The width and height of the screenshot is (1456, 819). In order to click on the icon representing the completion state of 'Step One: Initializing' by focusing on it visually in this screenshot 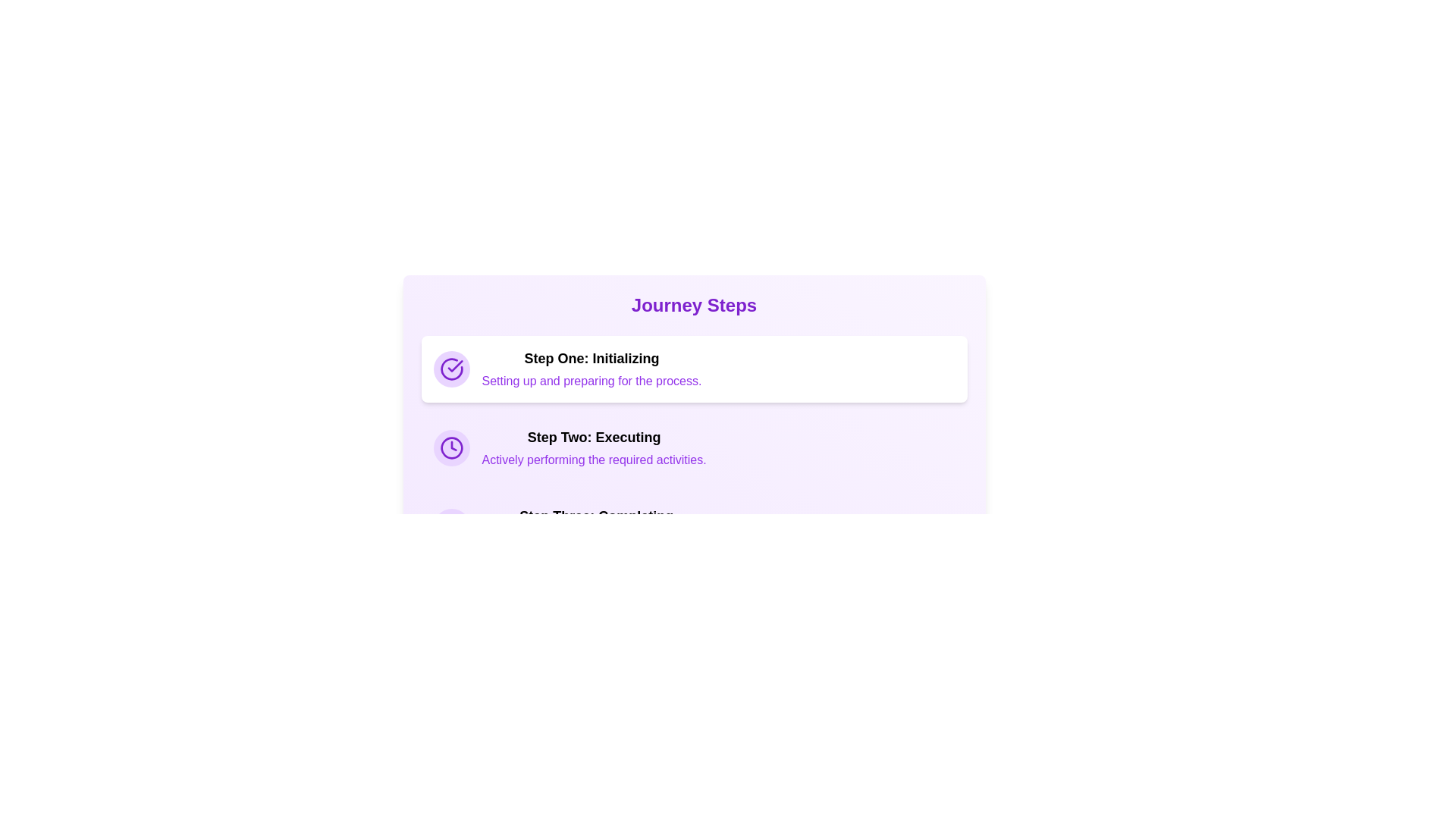, I will do `click(450, 369)`.